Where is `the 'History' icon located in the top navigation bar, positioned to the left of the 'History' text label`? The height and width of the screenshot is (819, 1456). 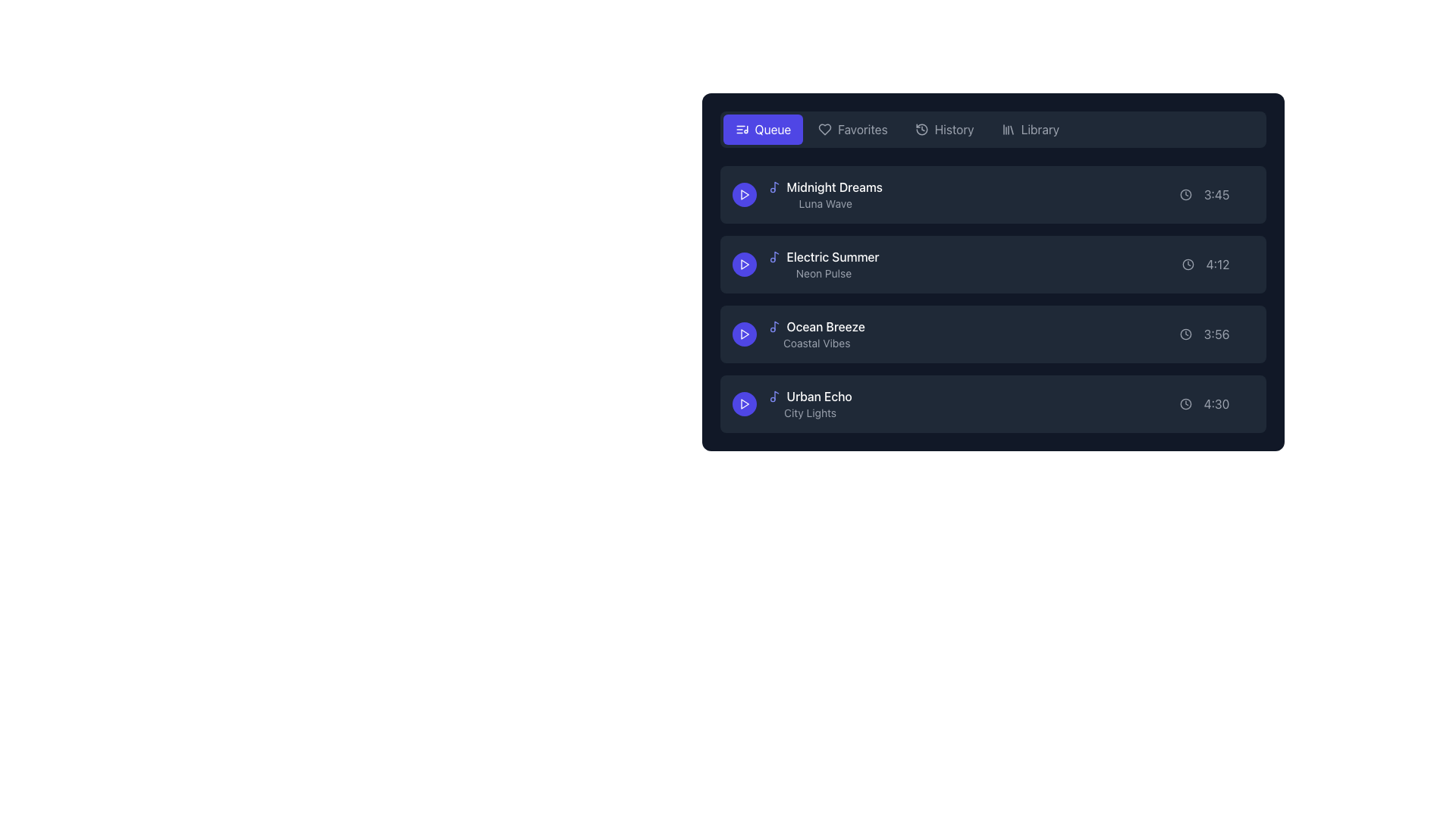
the 'History' icon located in the top navigation bar, positioned to the left of the 'History' text label is located at coordinates (921, 128).